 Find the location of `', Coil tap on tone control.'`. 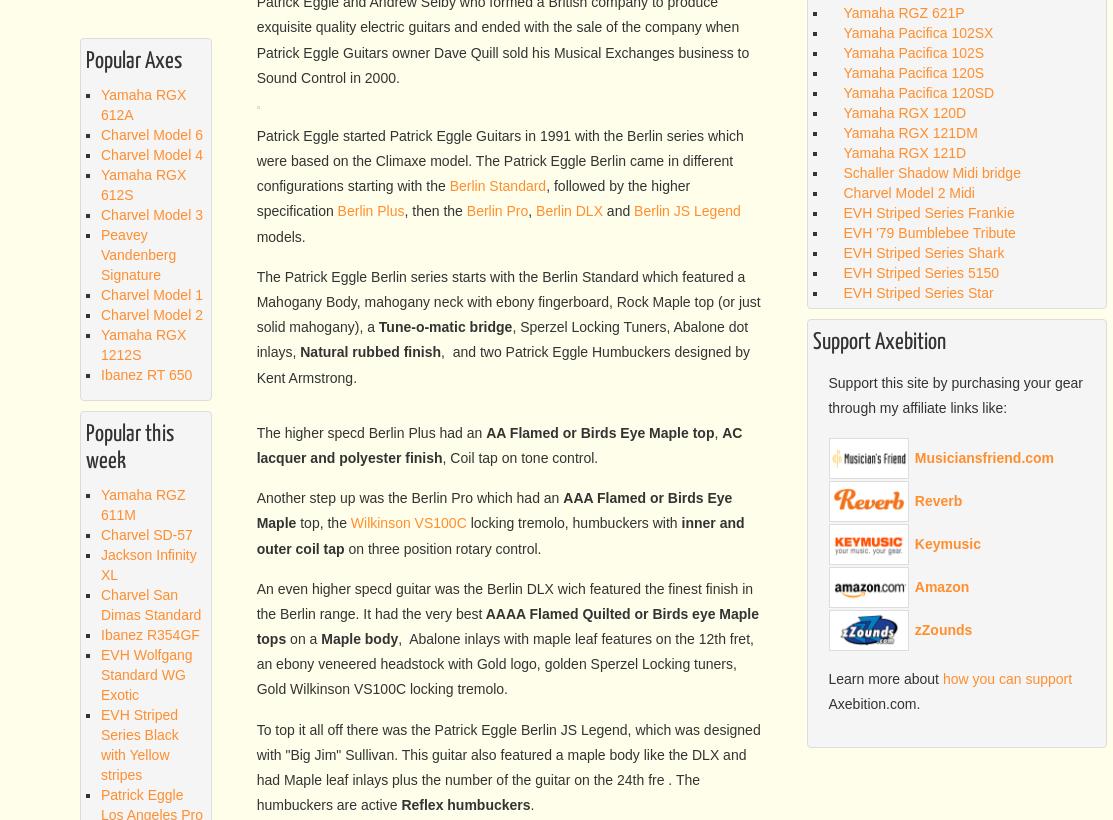

', Coil tap on tone control.' is located at coordinates (519, 746).